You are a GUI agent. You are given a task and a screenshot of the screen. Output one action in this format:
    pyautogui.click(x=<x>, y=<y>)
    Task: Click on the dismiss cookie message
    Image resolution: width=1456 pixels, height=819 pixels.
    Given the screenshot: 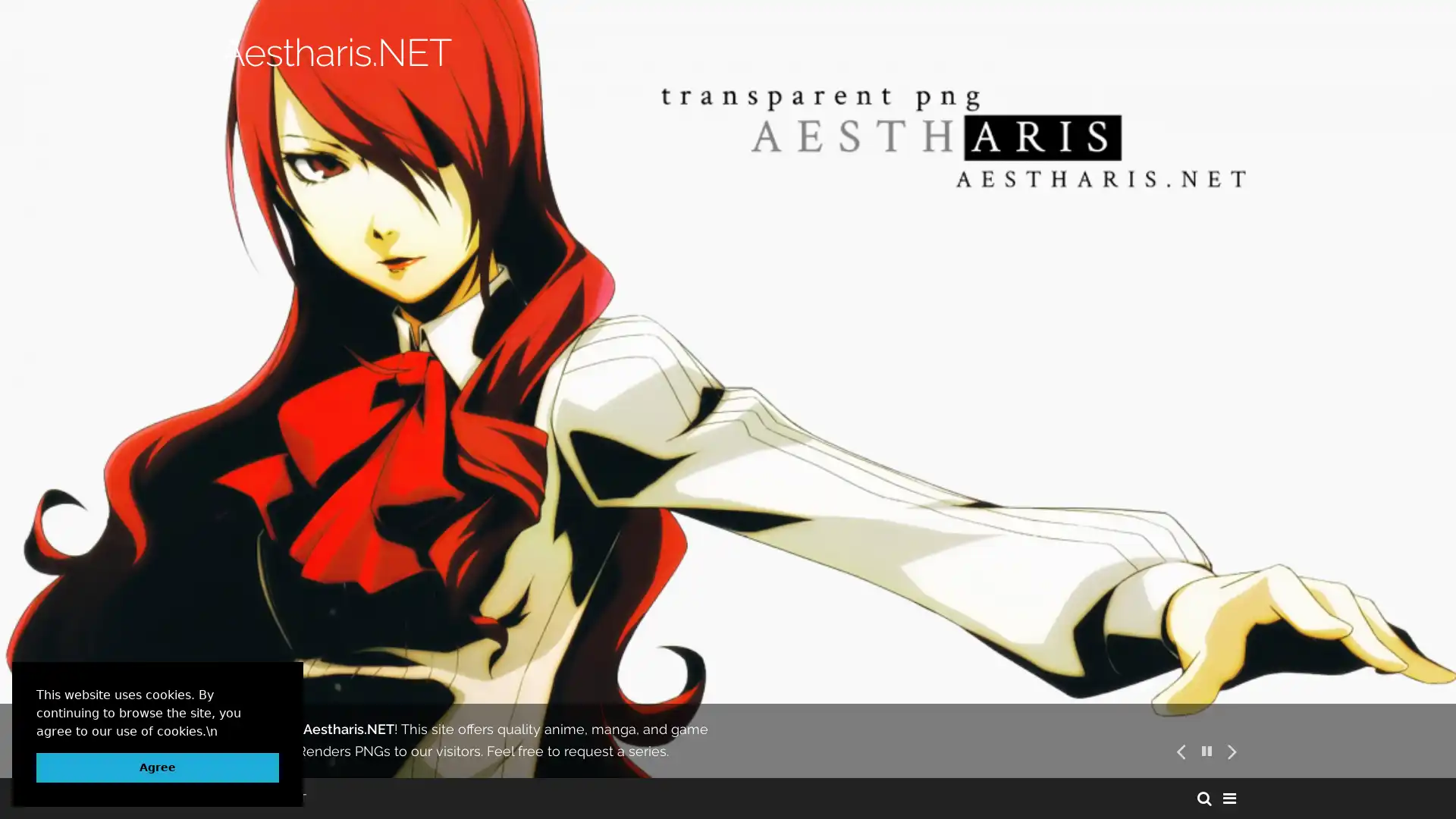 What is the action you would take?
    pyautogui.click(x=157, y=767)
    